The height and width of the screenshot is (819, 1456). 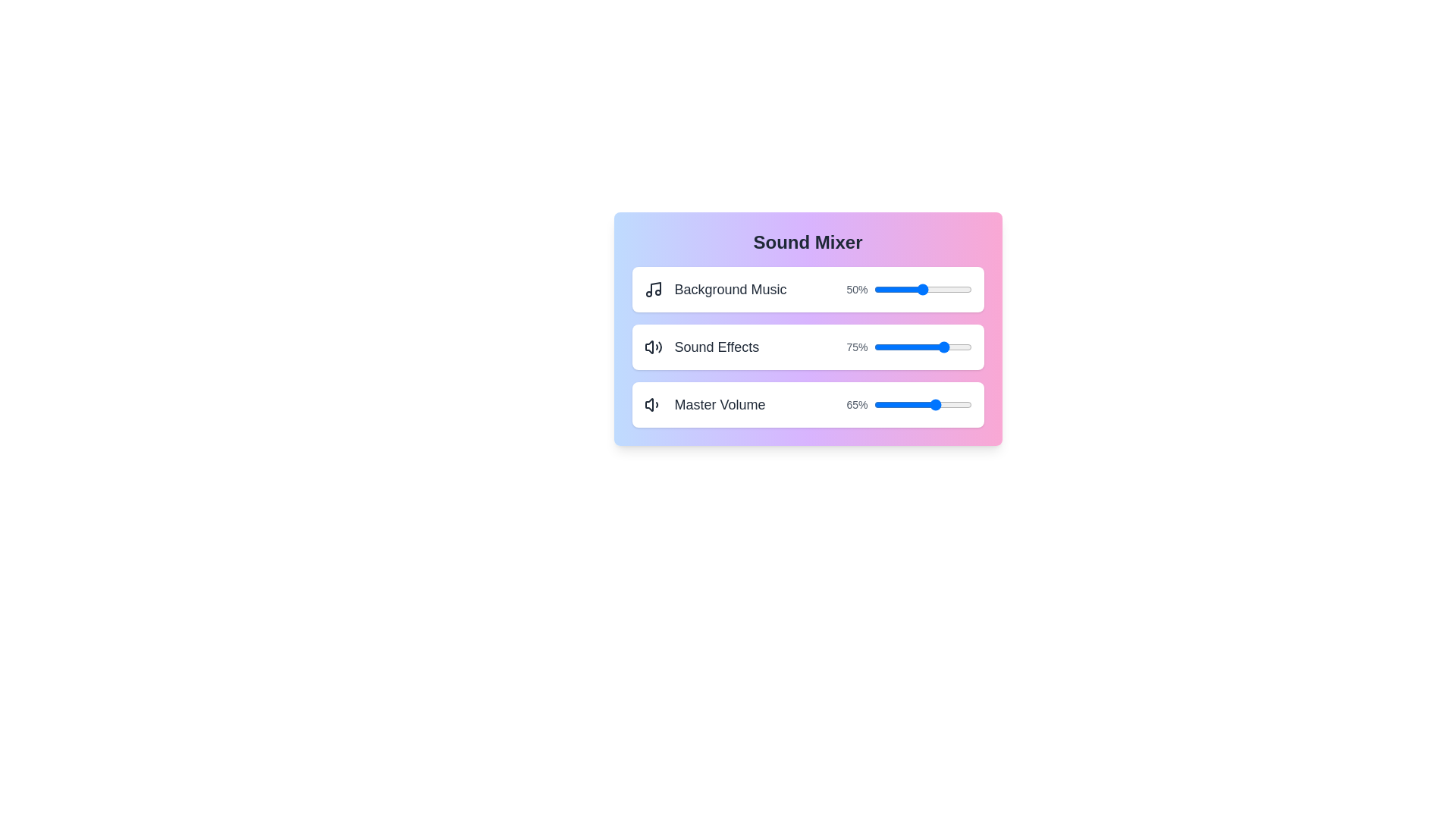 I want to click on the header text labeled 'Sound Mixer' to focus on it, so click(x=807, y=242).